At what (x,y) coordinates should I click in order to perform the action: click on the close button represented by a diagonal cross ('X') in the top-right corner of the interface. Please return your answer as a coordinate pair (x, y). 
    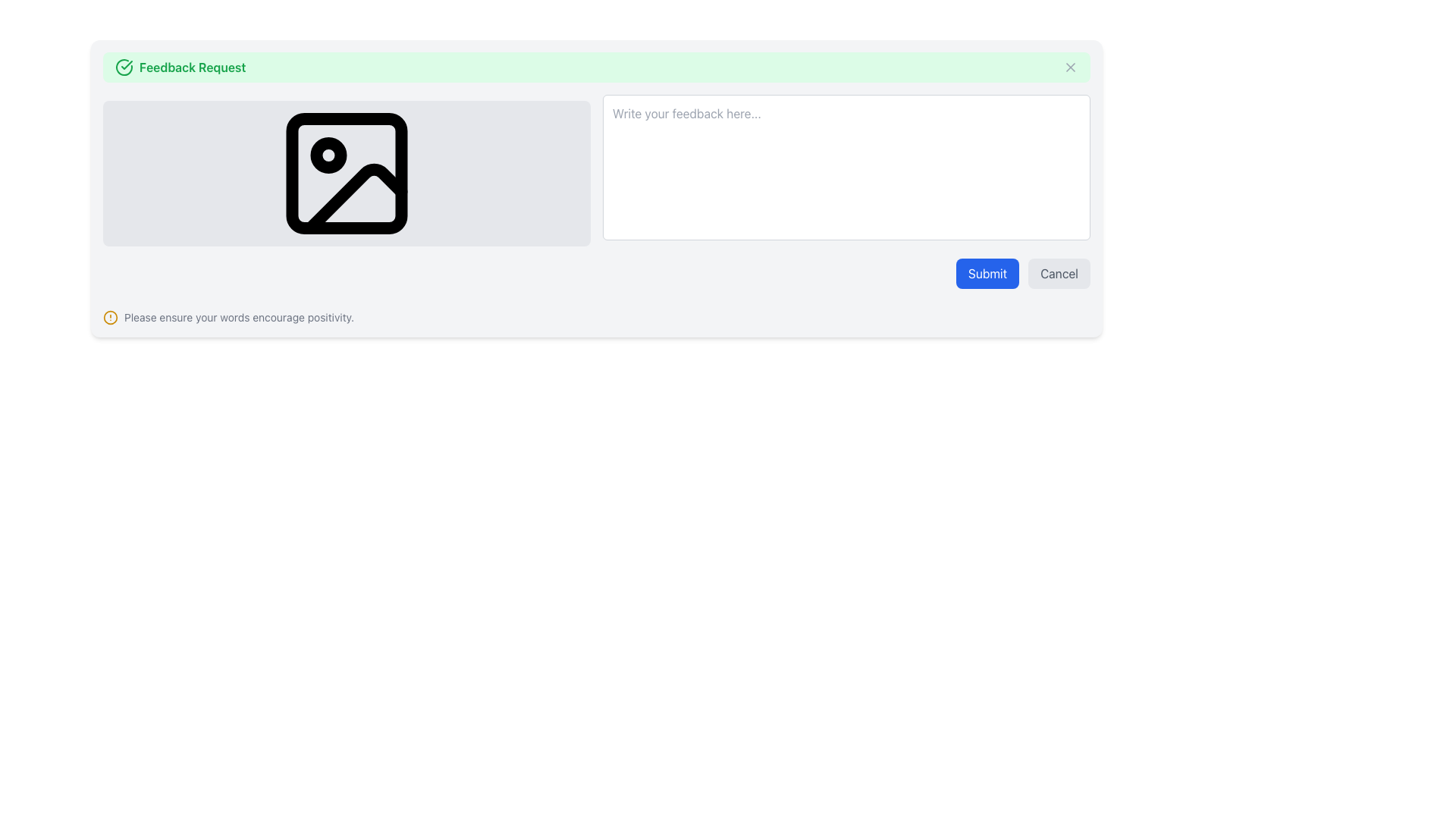
    Looking at the image, I should click on (1069, 66).